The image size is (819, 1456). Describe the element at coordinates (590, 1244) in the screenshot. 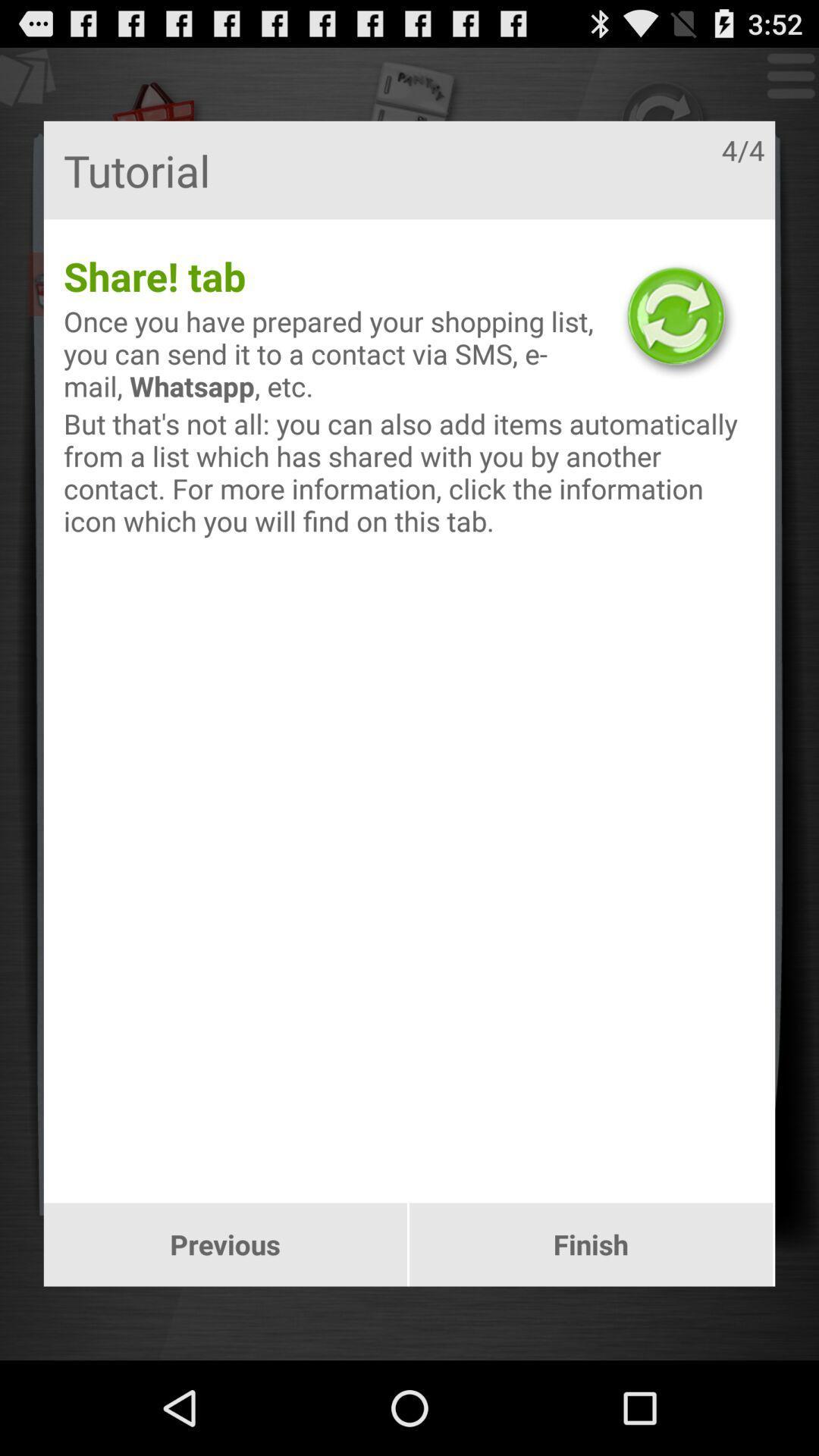

I see `the app below but that s app` at that location.